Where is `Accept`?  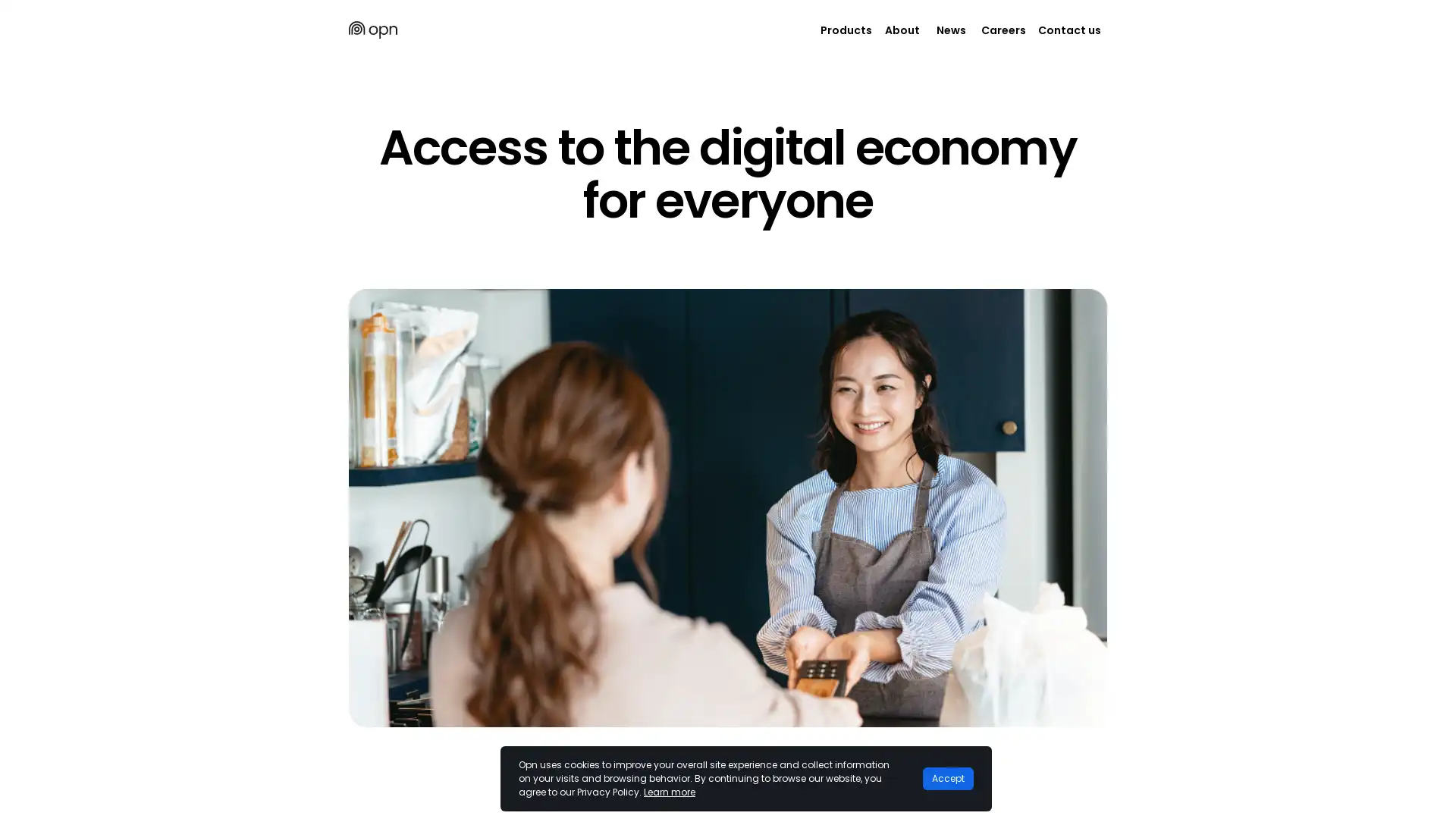 Accept is located at coordinates (947, 778).